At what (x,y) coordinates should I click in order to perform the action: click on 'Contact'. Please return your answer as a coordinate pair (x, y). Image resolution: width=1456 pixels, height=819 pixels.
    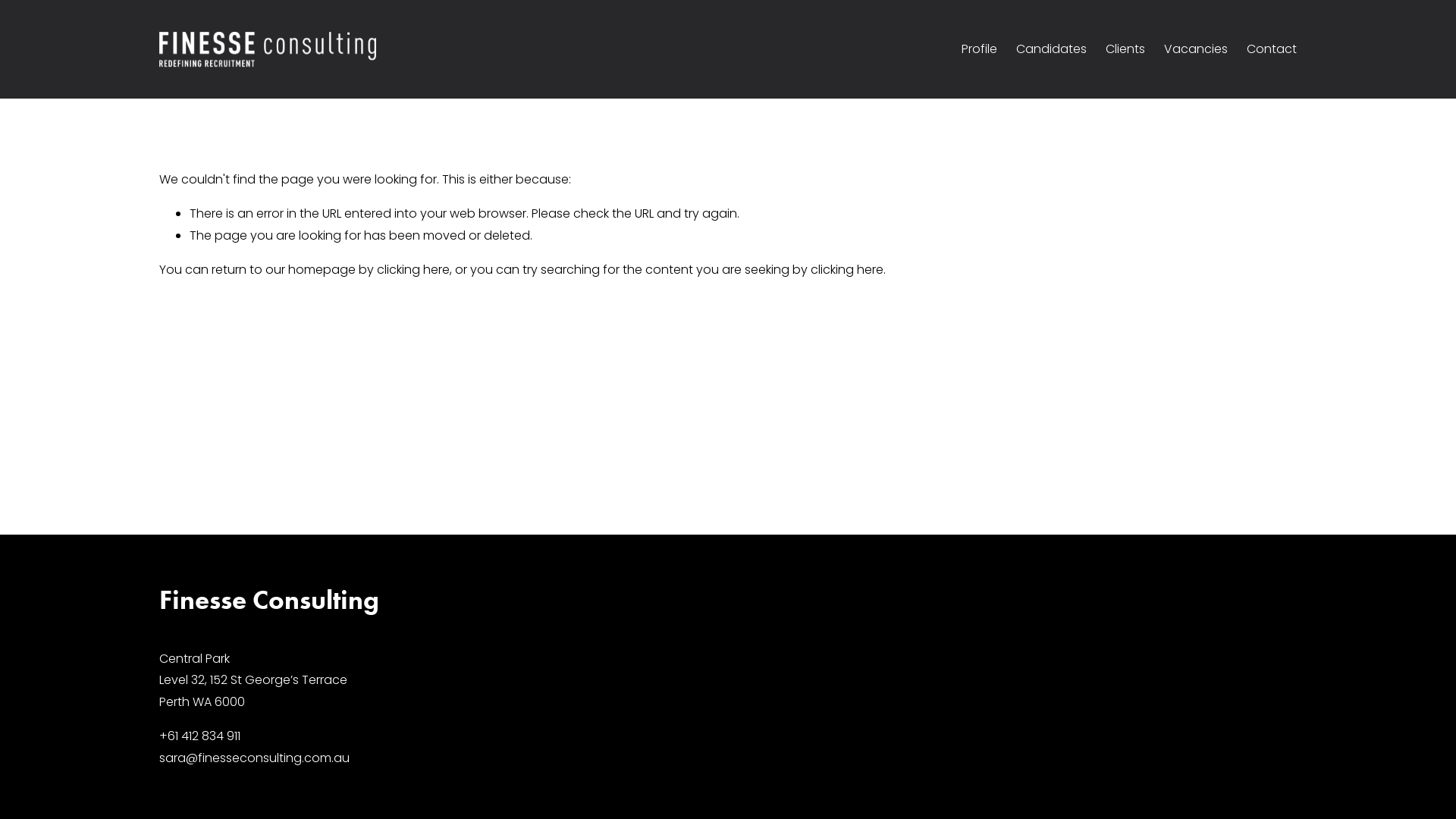
    Looking at the image, I should click on (1246, 49).